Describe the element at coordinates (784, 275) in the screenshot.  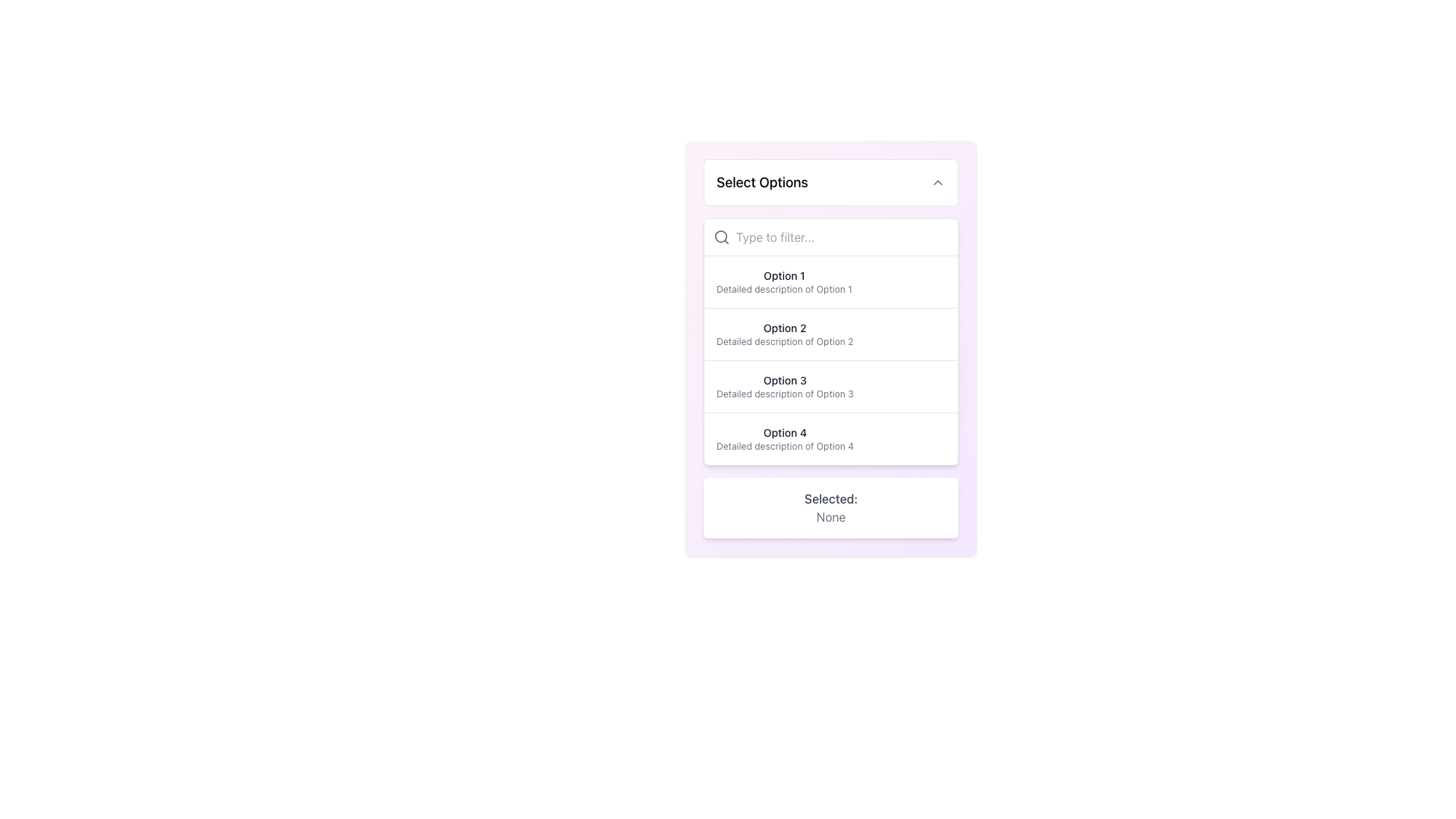
I see `the text label displaying 'Option 1'` at that location.